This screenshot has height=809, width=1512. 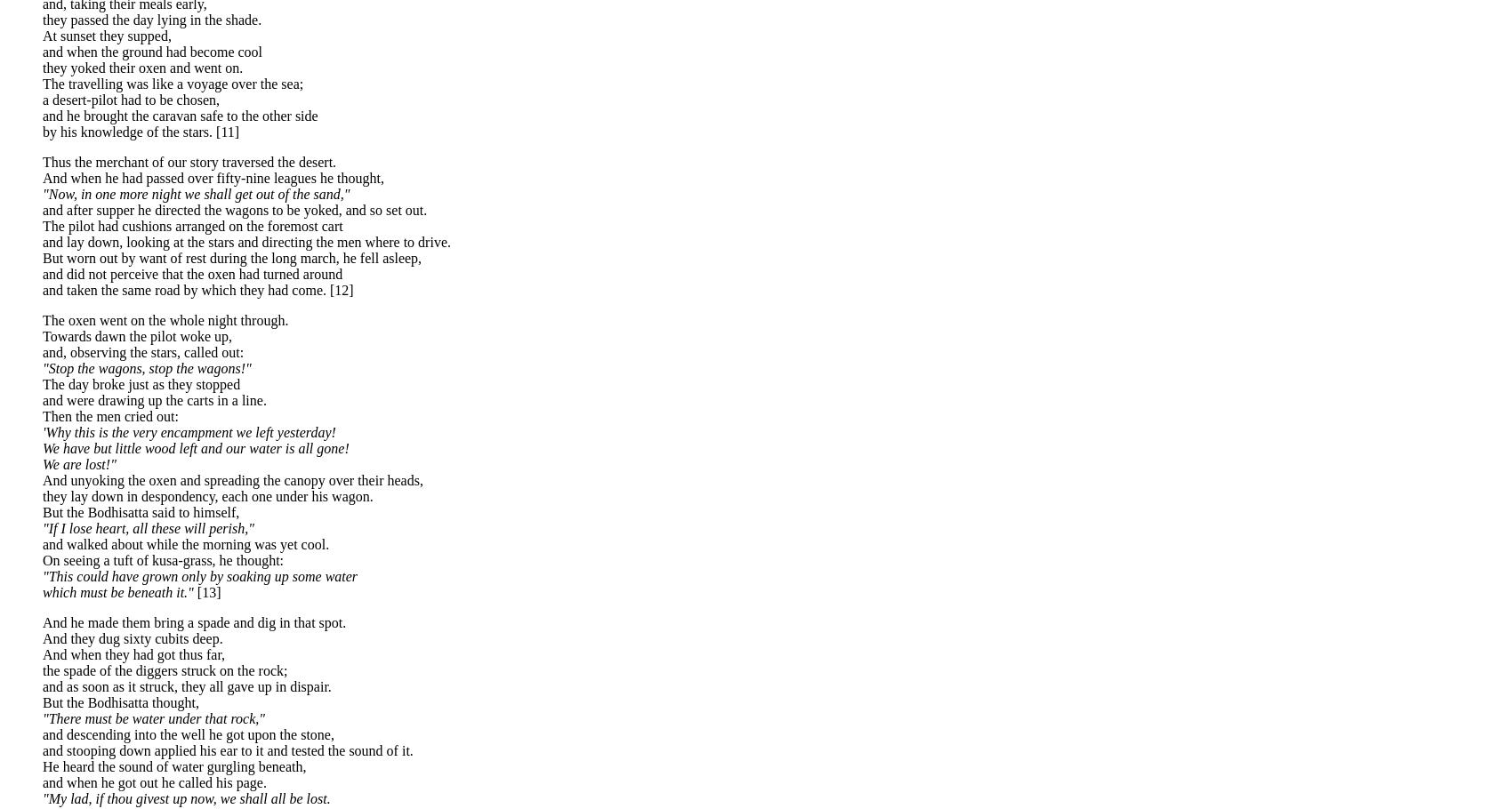 I want to click on 'Thus the merchant of our story traversed the desert.', so click(x=189, y=161).